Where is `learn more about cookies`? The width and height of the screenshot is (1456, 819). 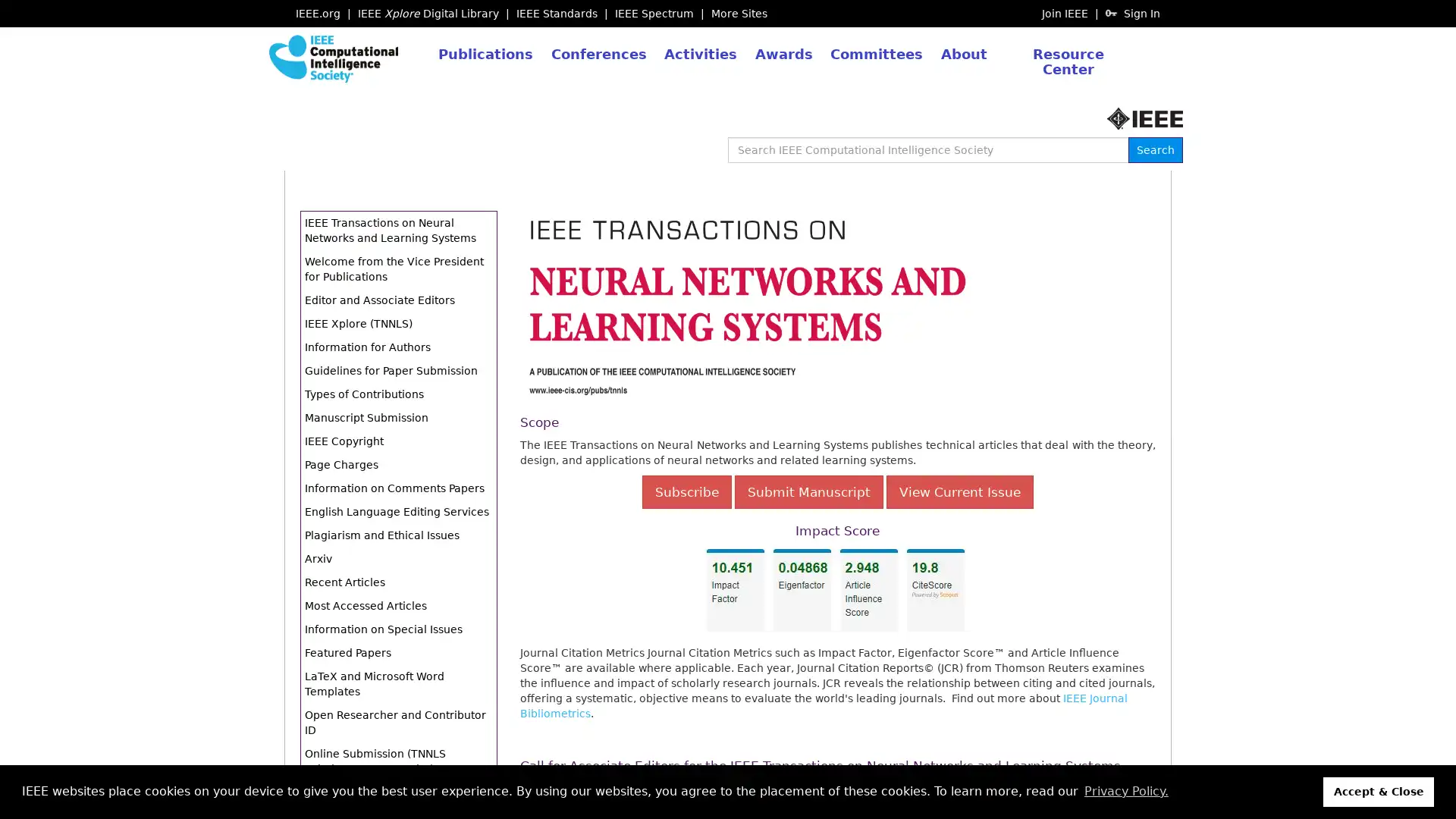 learn more about cookies is located at coordinates (1125, 791).